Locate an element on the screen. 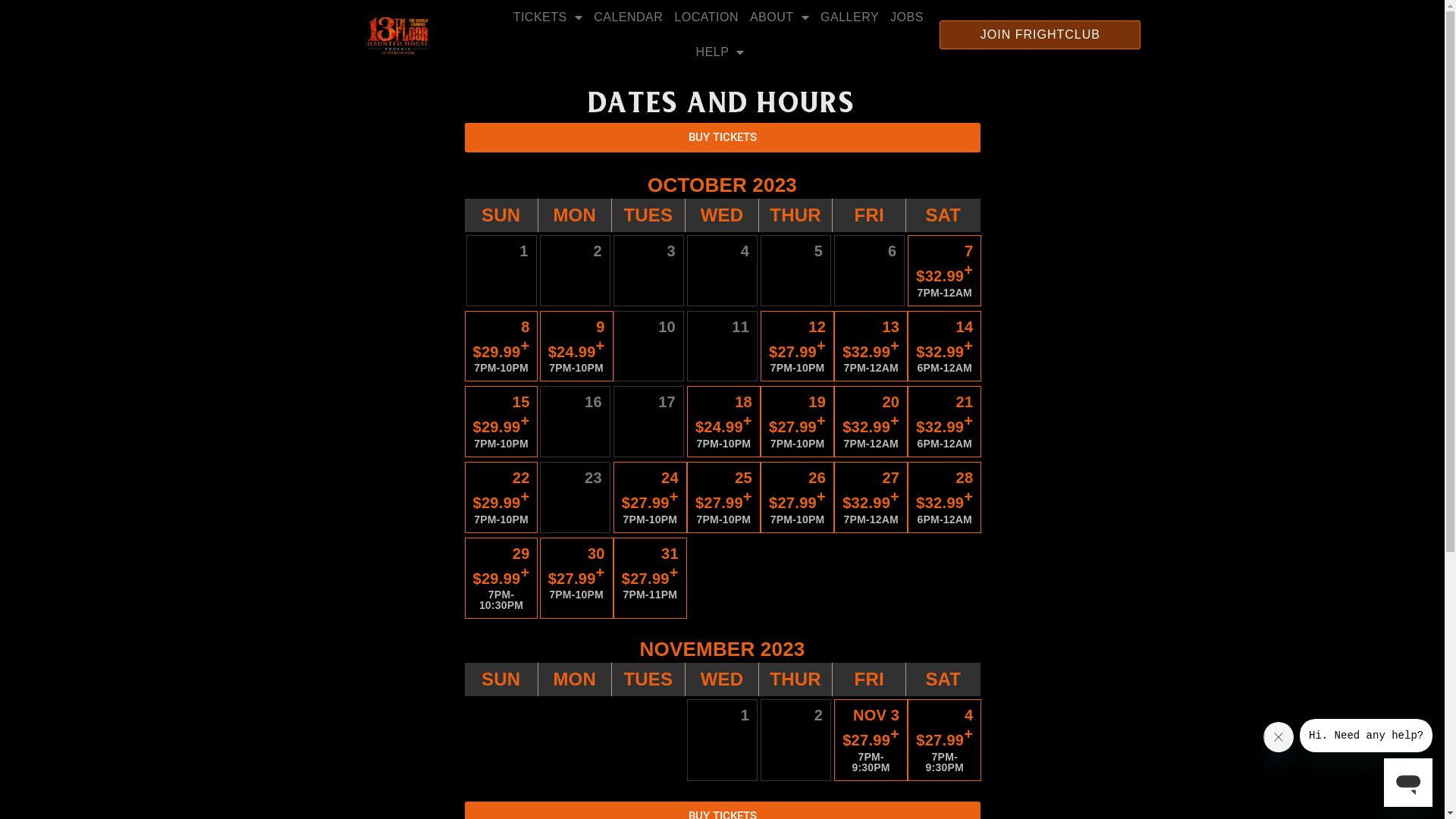 This screenshot has width=1456, height=819. 'GALLERY' is located at coordinates (815, 17).